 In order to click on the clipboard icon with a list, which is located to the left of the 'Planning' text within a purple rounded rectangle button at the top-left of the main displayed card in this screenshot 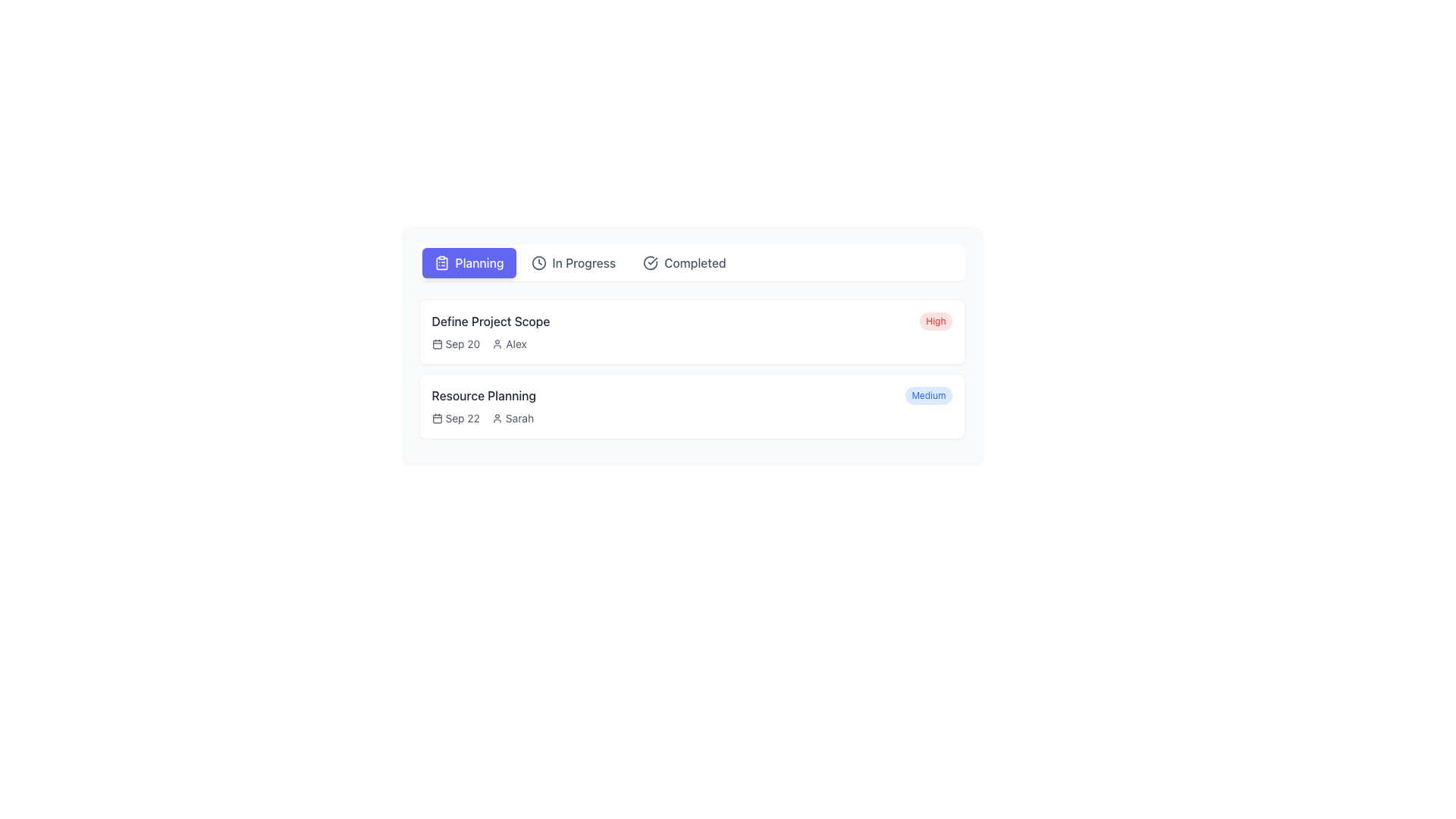, I will do `click(441, 262)`.